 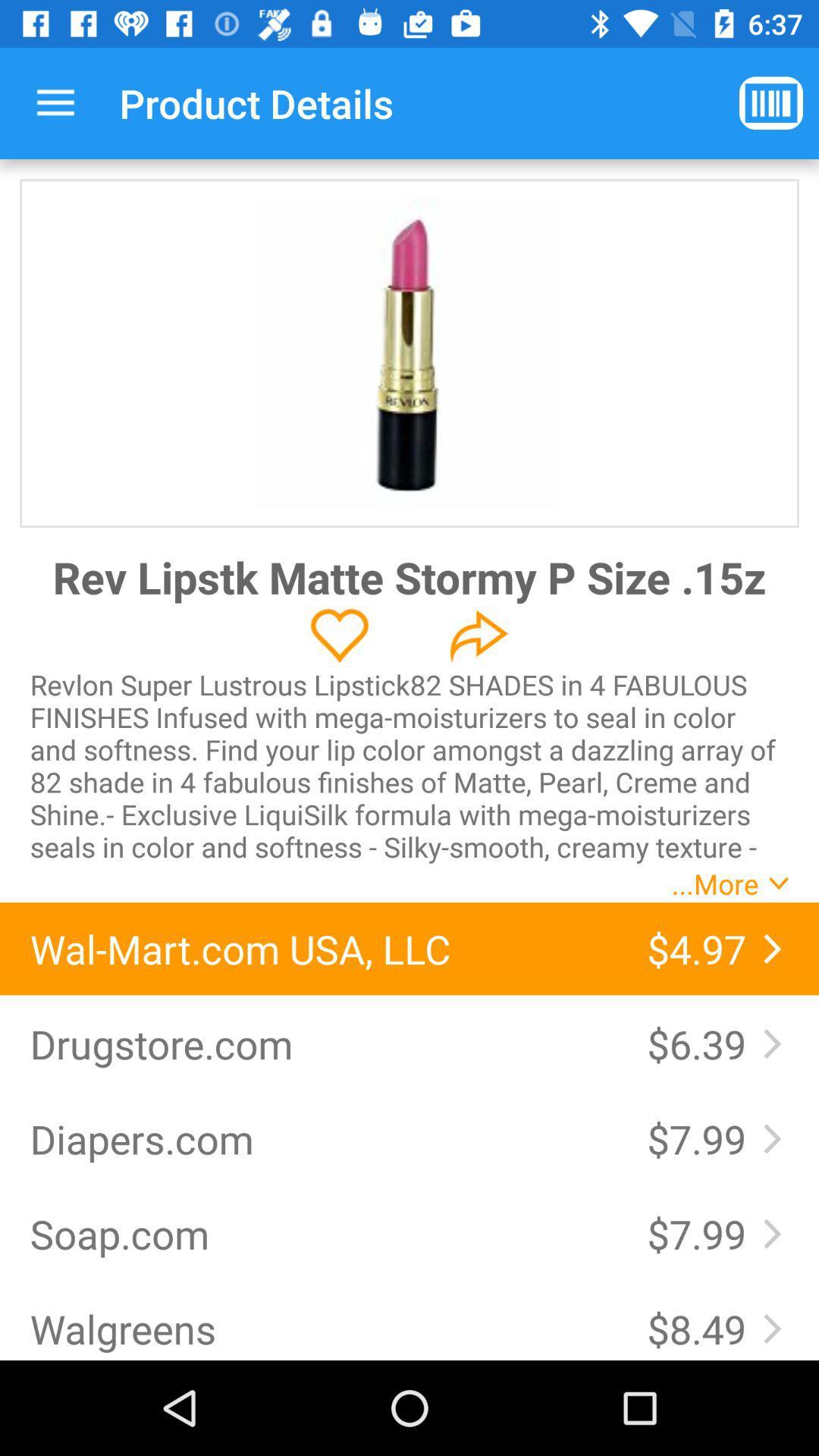 I want to click on icon next to the $6.39, so click(x=322, y=1043).